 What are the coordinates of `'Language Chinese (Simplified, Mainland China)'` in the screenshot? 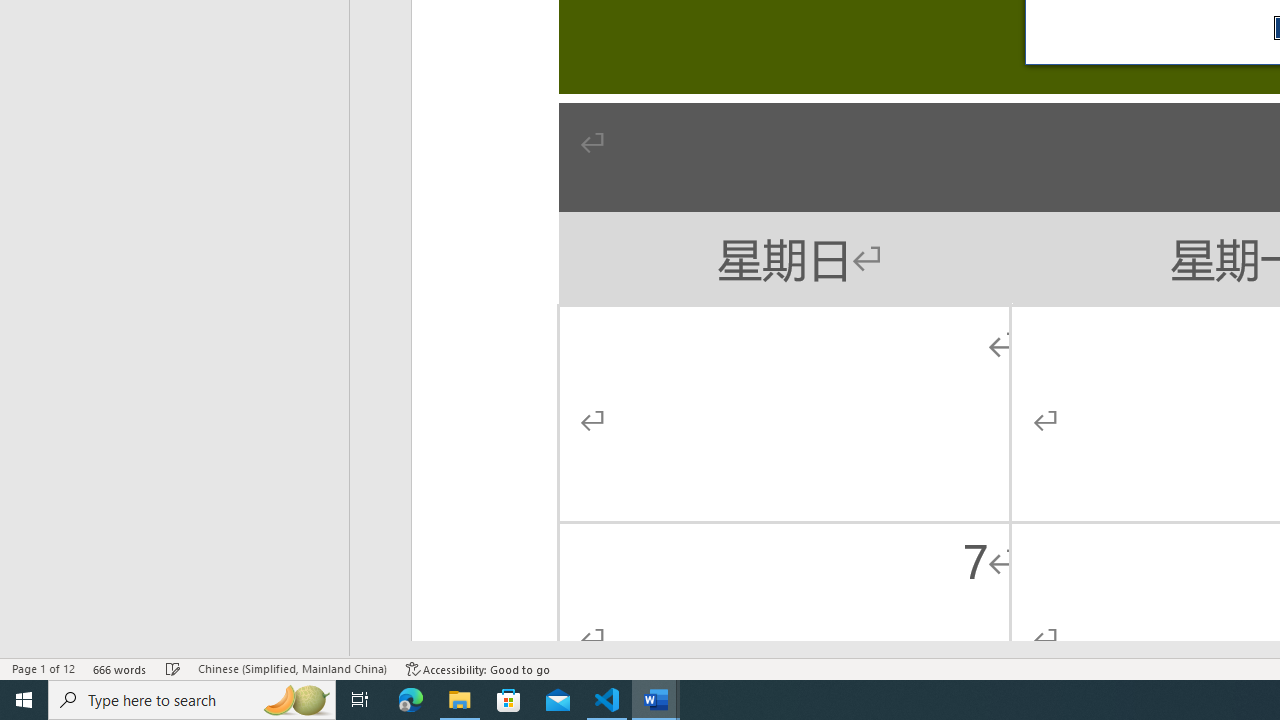 It's located at (291, 669).